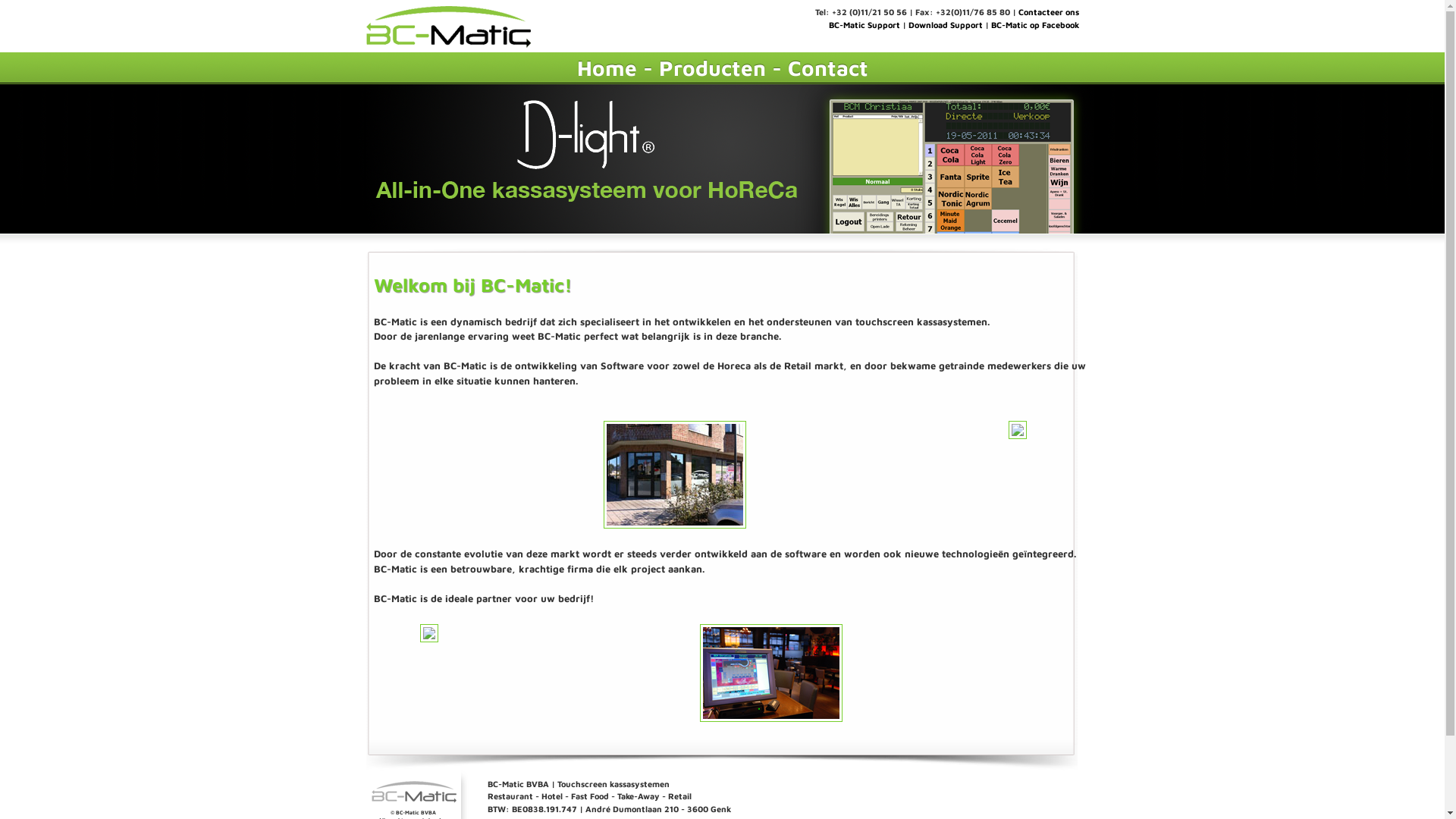 The image size is (1456, 819). I want to click on 'Producten', so click(658, 67).